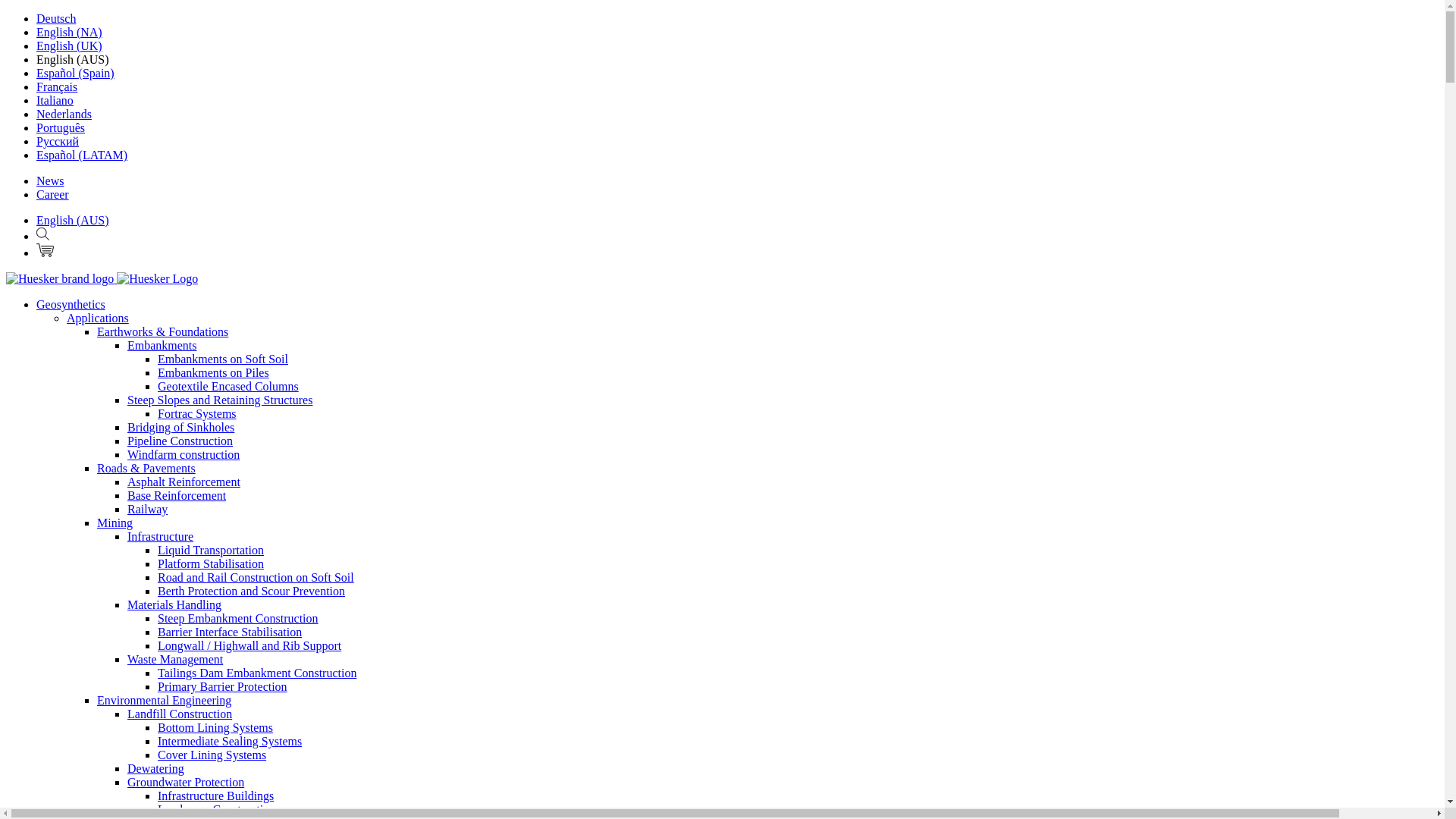 This screenshot has width=1456, height=819. Describe the element at coordinates (157, 686) in the screenshot. I see `'Primary Barrier Protection'` at that location.